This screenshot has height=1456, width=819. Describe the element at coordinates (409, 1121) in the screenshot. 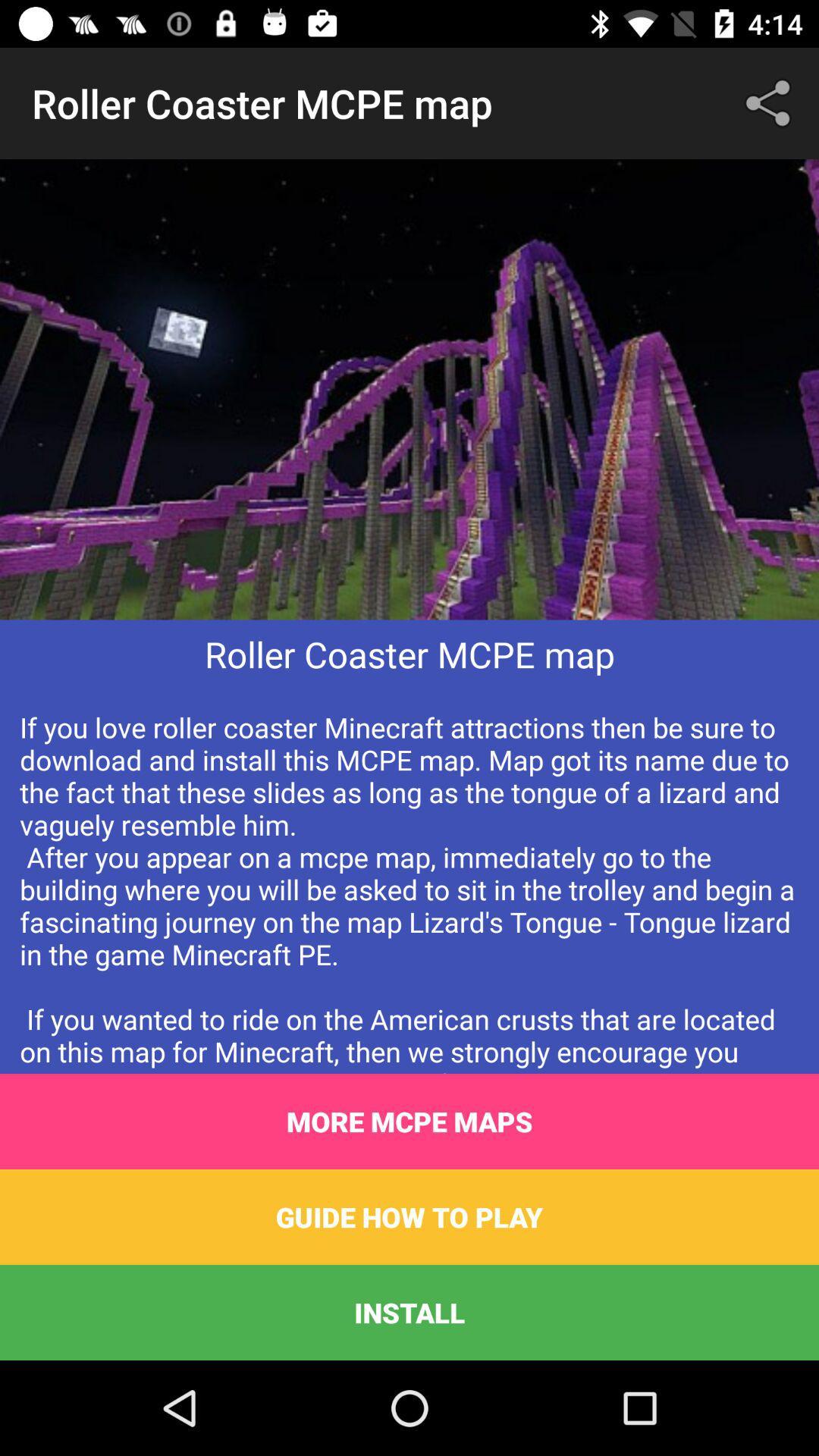

I see `more mcpe maps icon` at that location.